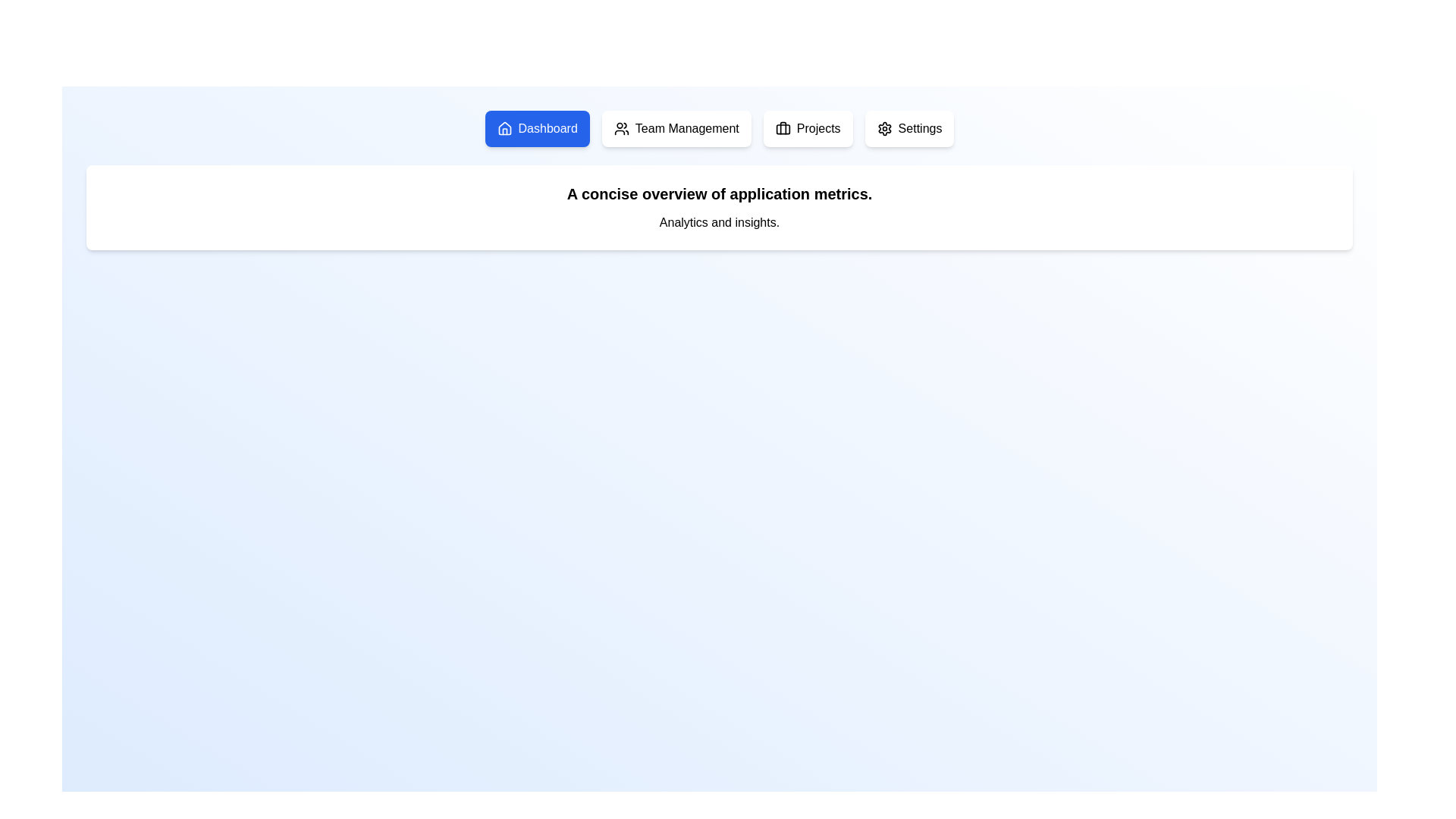  I want to click on the text element in the upper-most navigation bar that serves as a link, so click(919, 127).